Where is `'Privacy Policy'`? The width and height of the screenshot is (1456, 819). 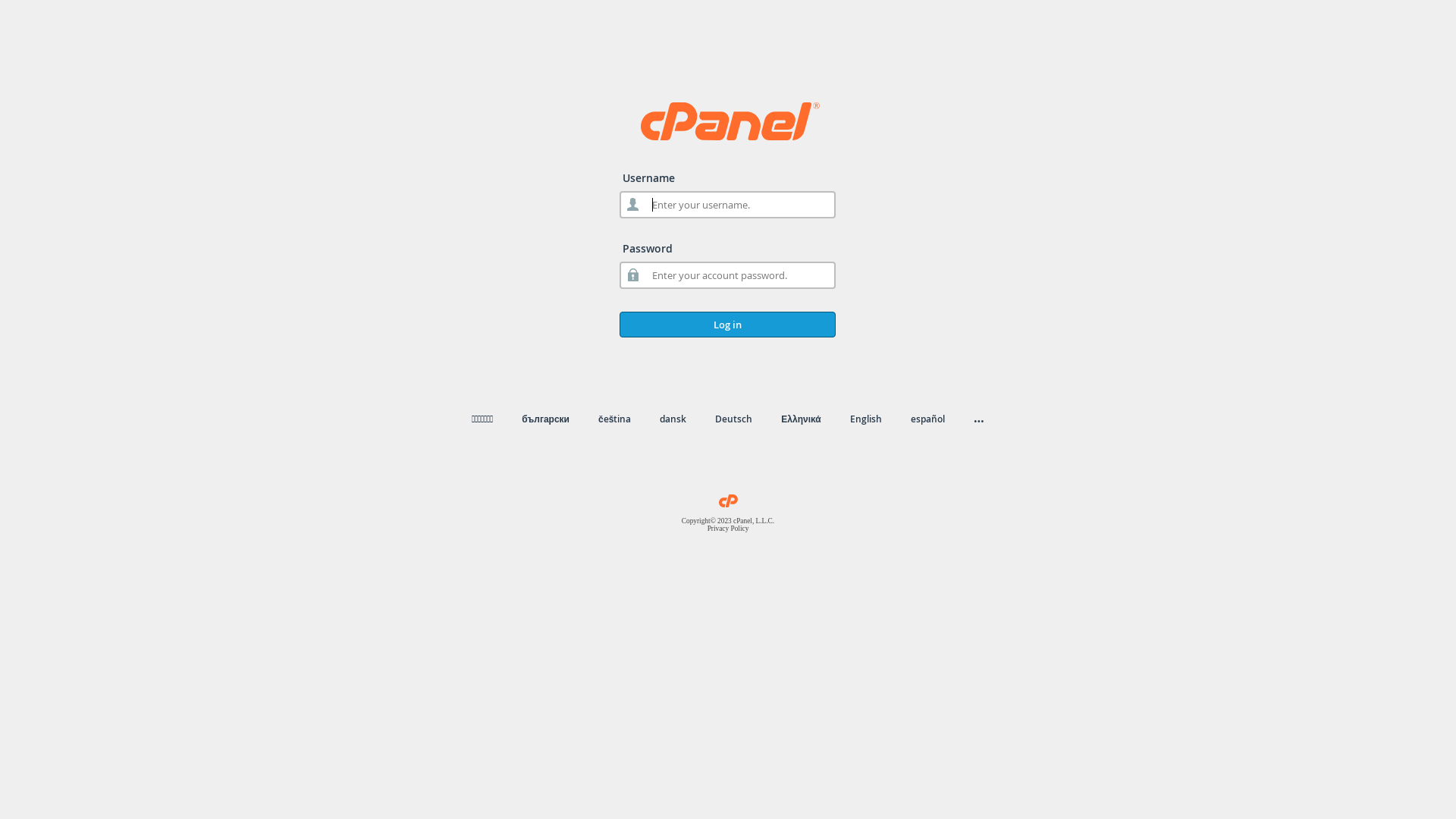 'Privacy Policy' is located at coordinates (728, 528).